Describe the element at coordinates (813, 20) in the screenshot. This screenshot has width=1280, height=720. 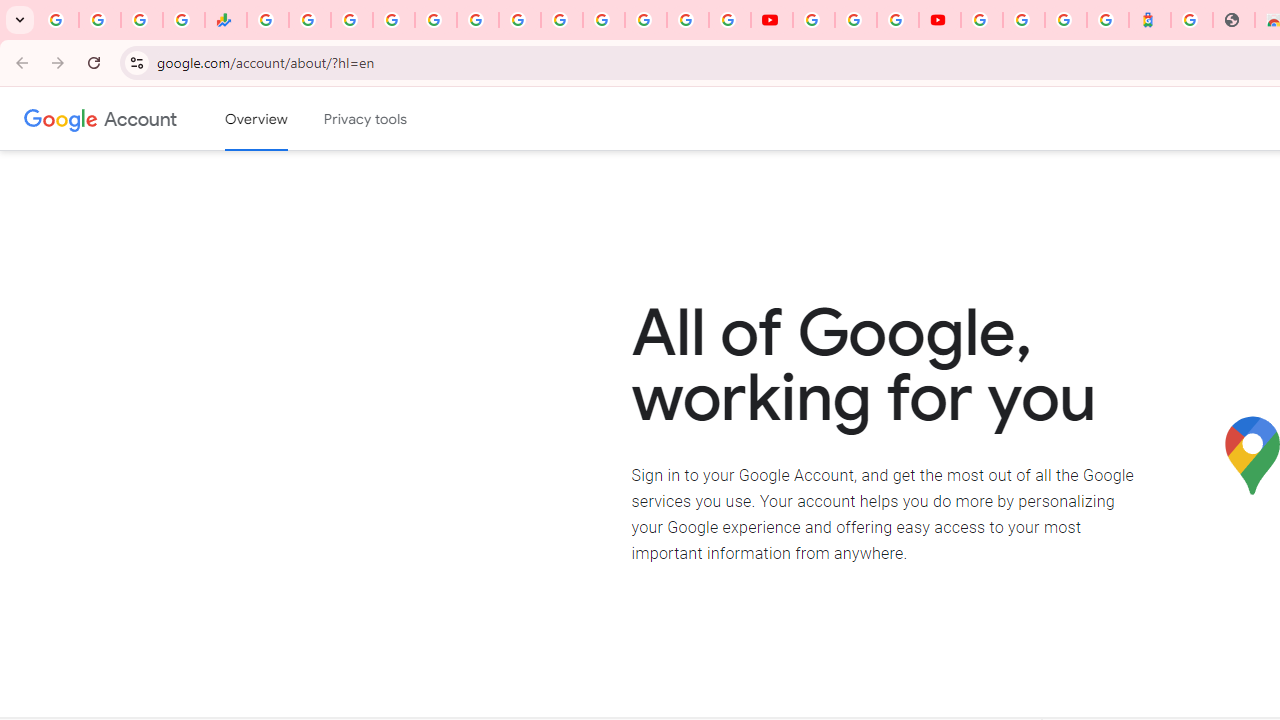
I see `'YouTube'` at that location.